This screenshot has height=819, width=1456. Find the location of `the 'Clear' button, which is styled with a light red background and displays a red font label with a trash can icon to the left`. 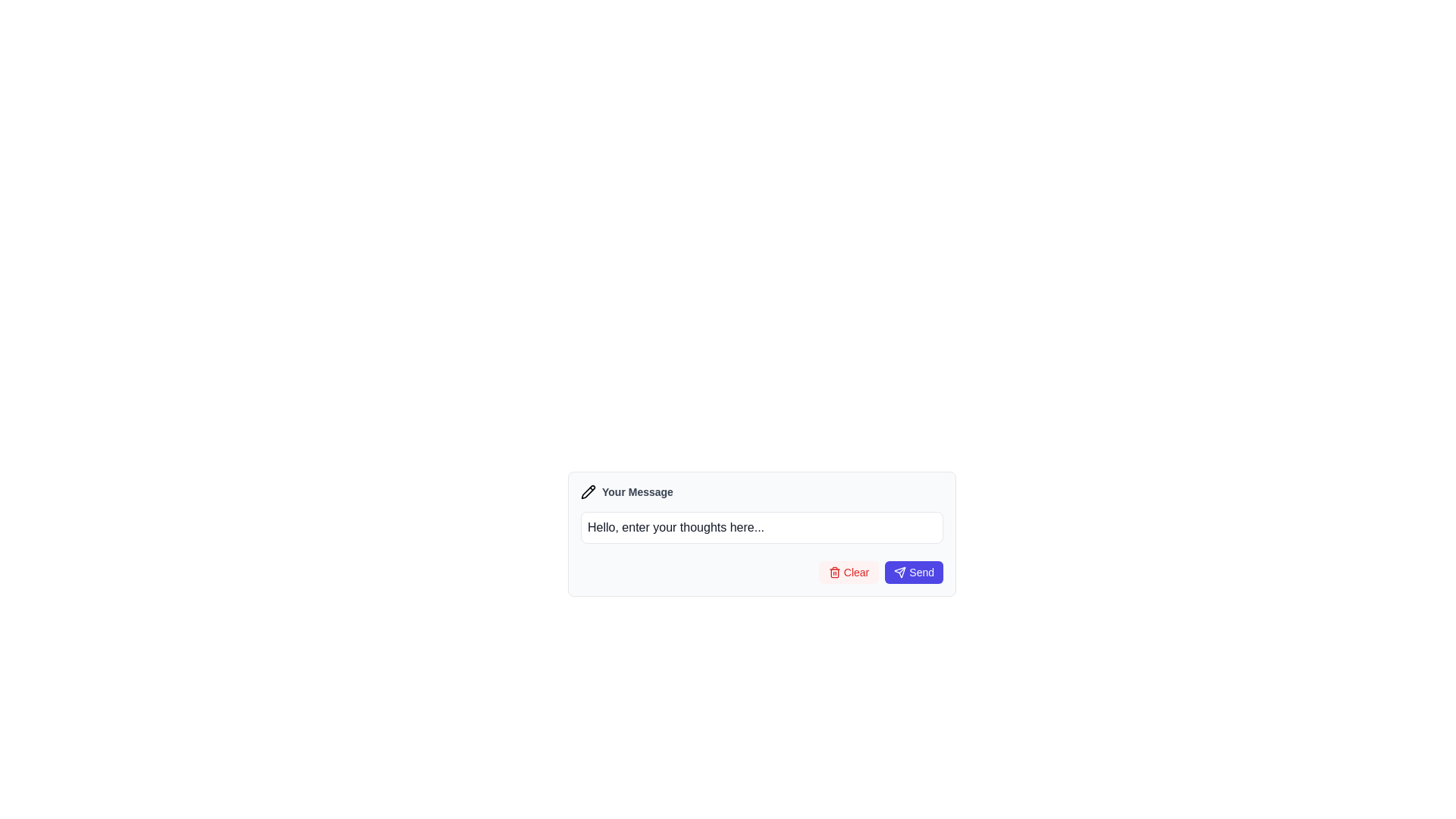

the 'Clear' button, which is styled with a light red background and displays a red font label with a trash can icon to the left is located at coordinates (848, 573).